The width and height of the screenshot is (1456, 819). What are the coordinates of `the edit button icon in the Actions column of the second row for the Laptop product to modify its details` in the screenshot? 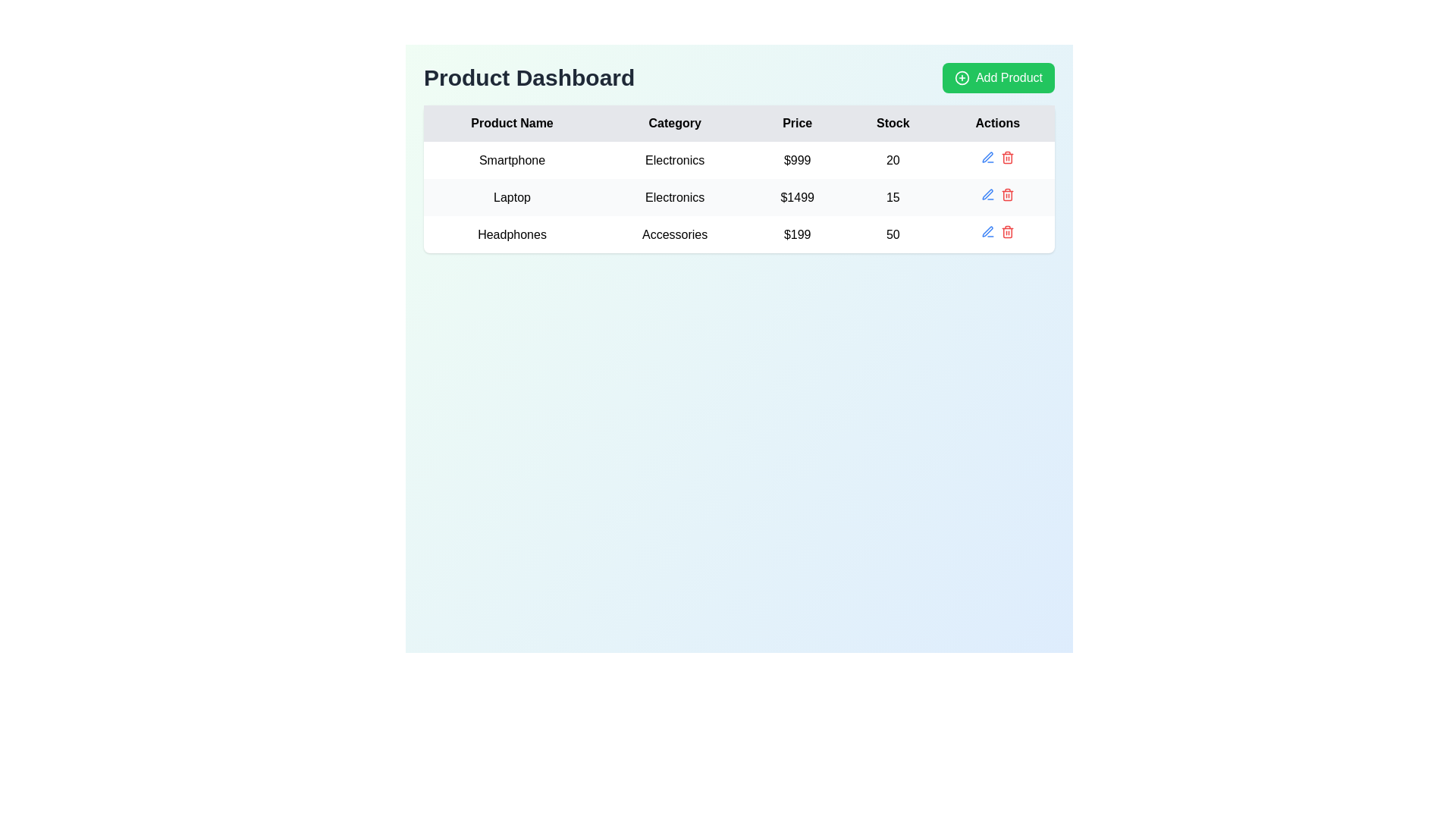 It's located at (987, 193).